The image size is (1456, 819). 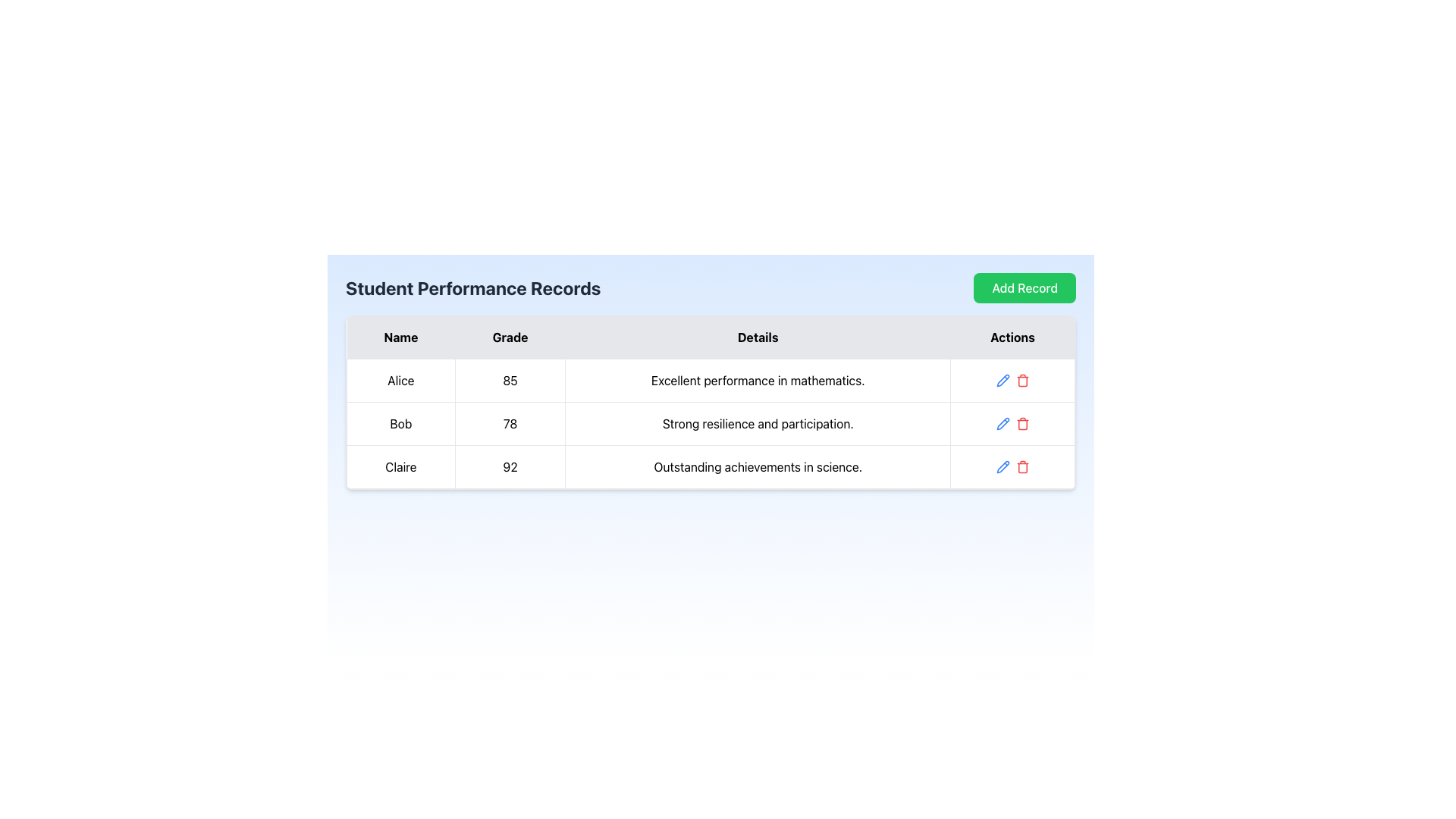 What do you see at coordinates (1022, 379) in the screenshot?
I see `the delete icon in the 'Actions' column of the table row containing the student 'Alice'` at bounding box center [1022, 379].